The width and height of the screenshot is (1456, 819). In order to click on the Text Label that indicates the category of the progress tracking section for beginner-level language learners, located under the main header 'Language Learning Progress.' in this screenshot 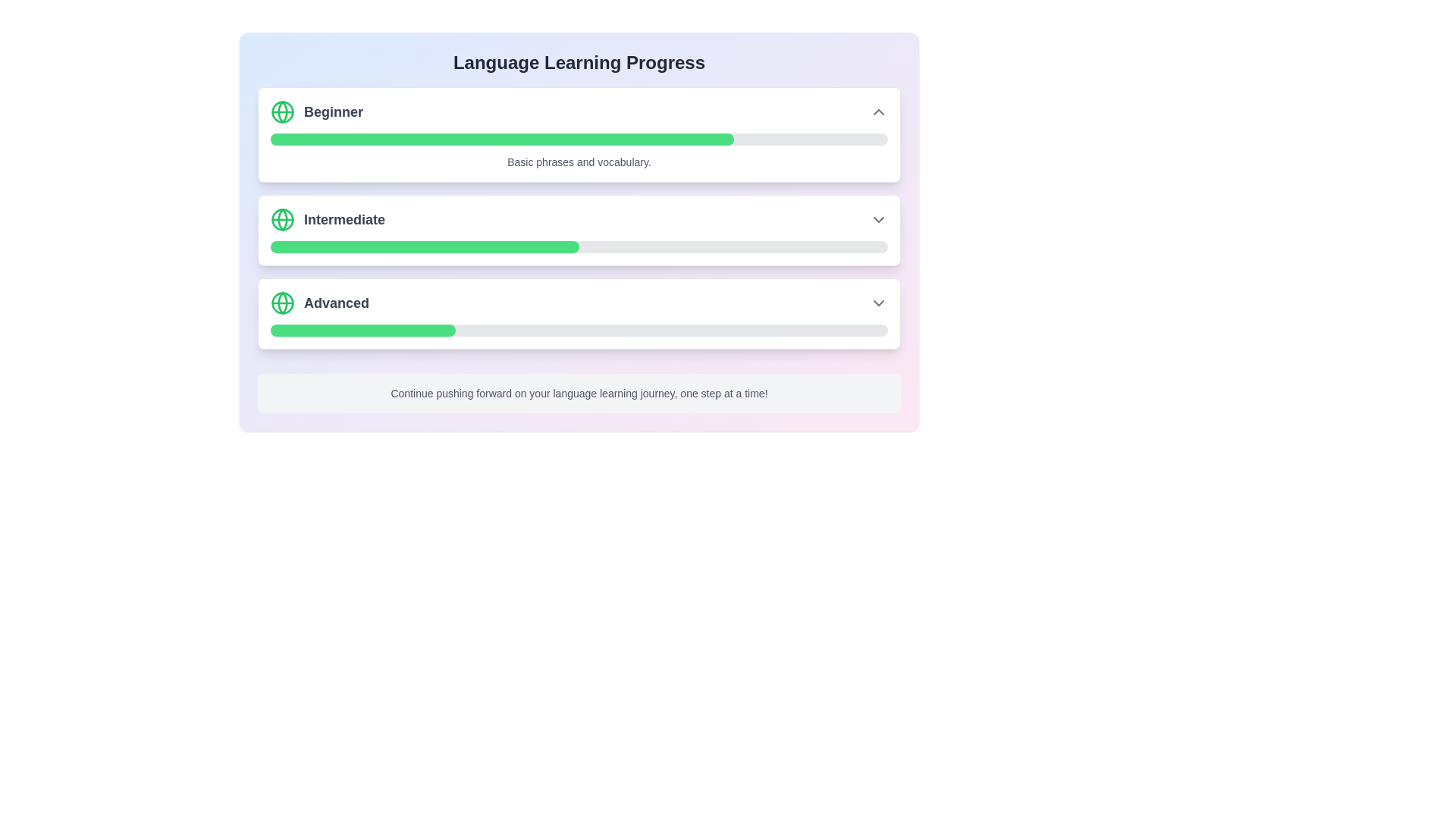, I will do `click(333, 111)`.